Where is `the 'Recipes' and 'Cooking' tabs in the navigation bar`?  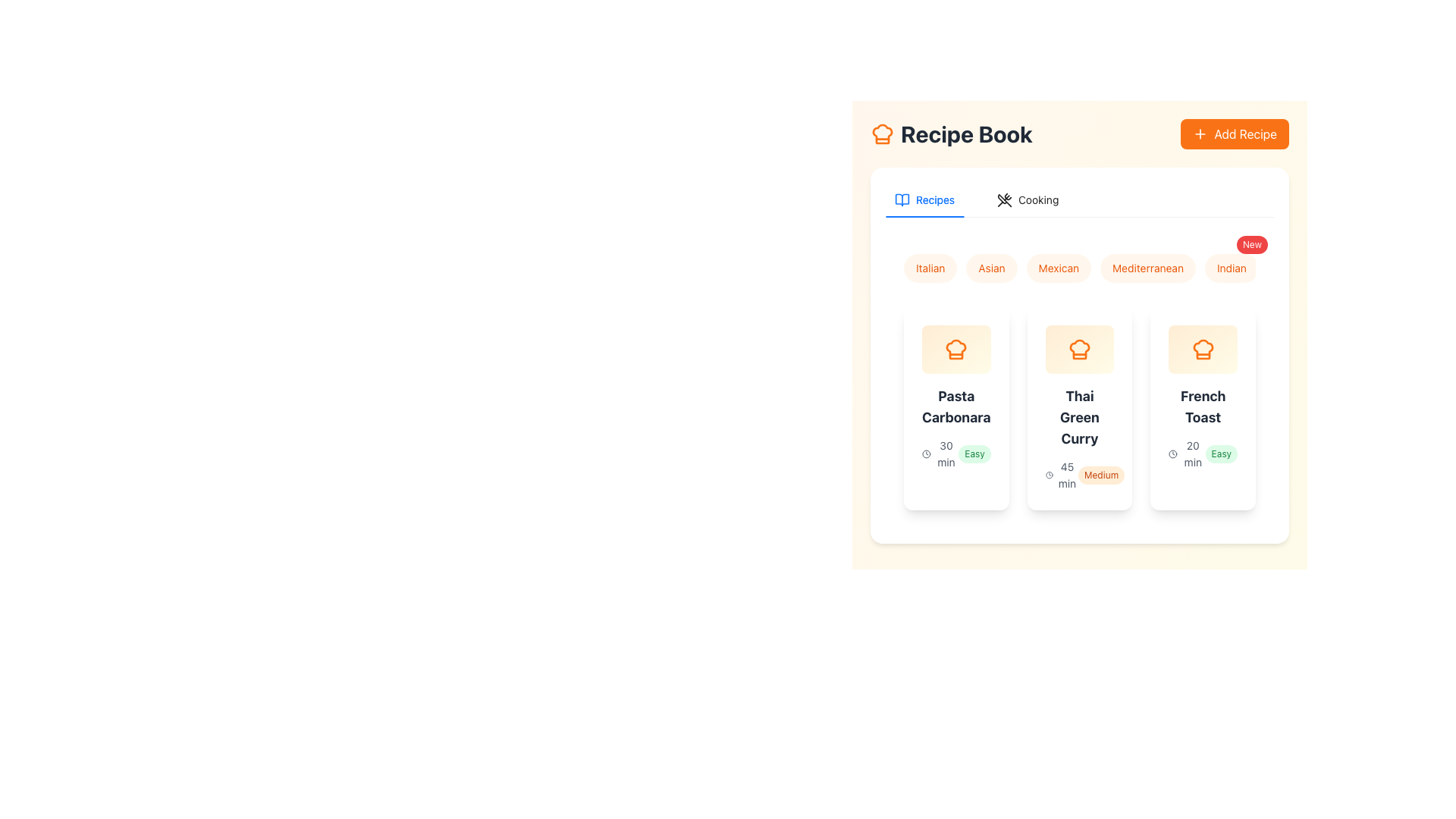 the 'Recipes' and 'Cooking' tabs in the navigation bar is located at coordinates (1079, 199).